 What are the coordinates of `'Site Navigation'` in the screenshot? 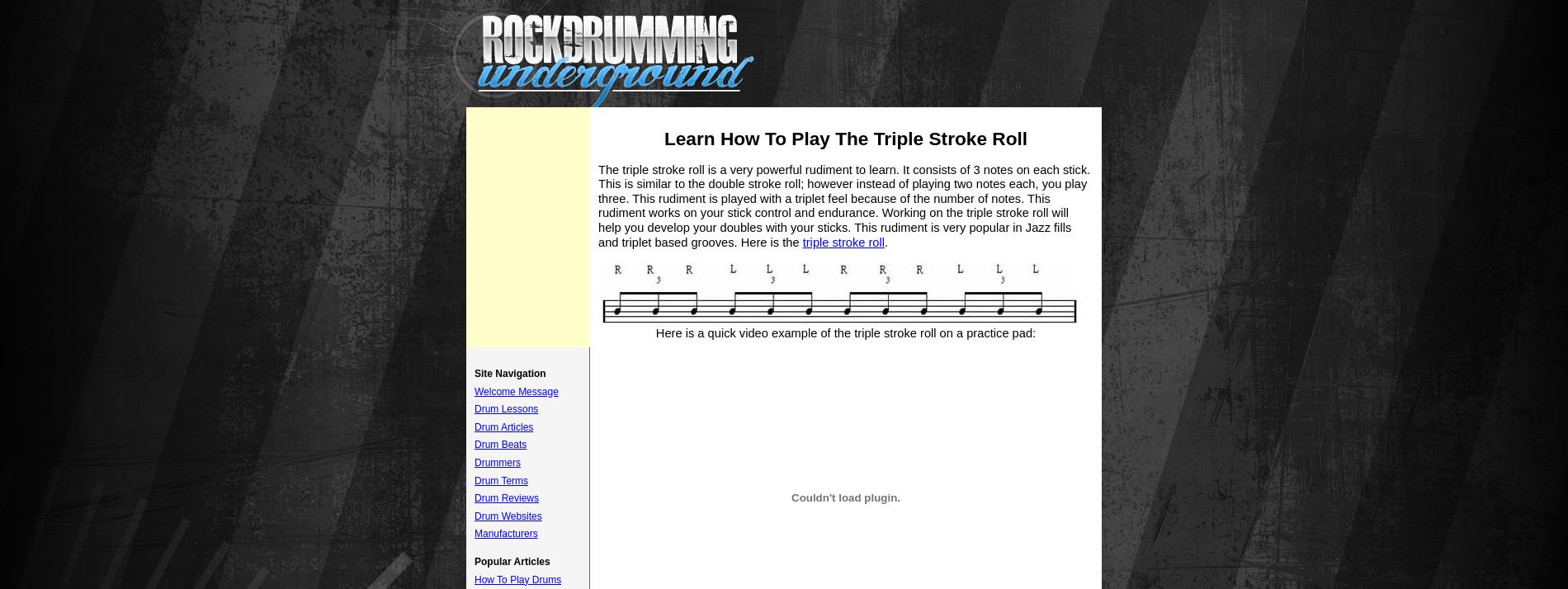 It's located at (510, 373).